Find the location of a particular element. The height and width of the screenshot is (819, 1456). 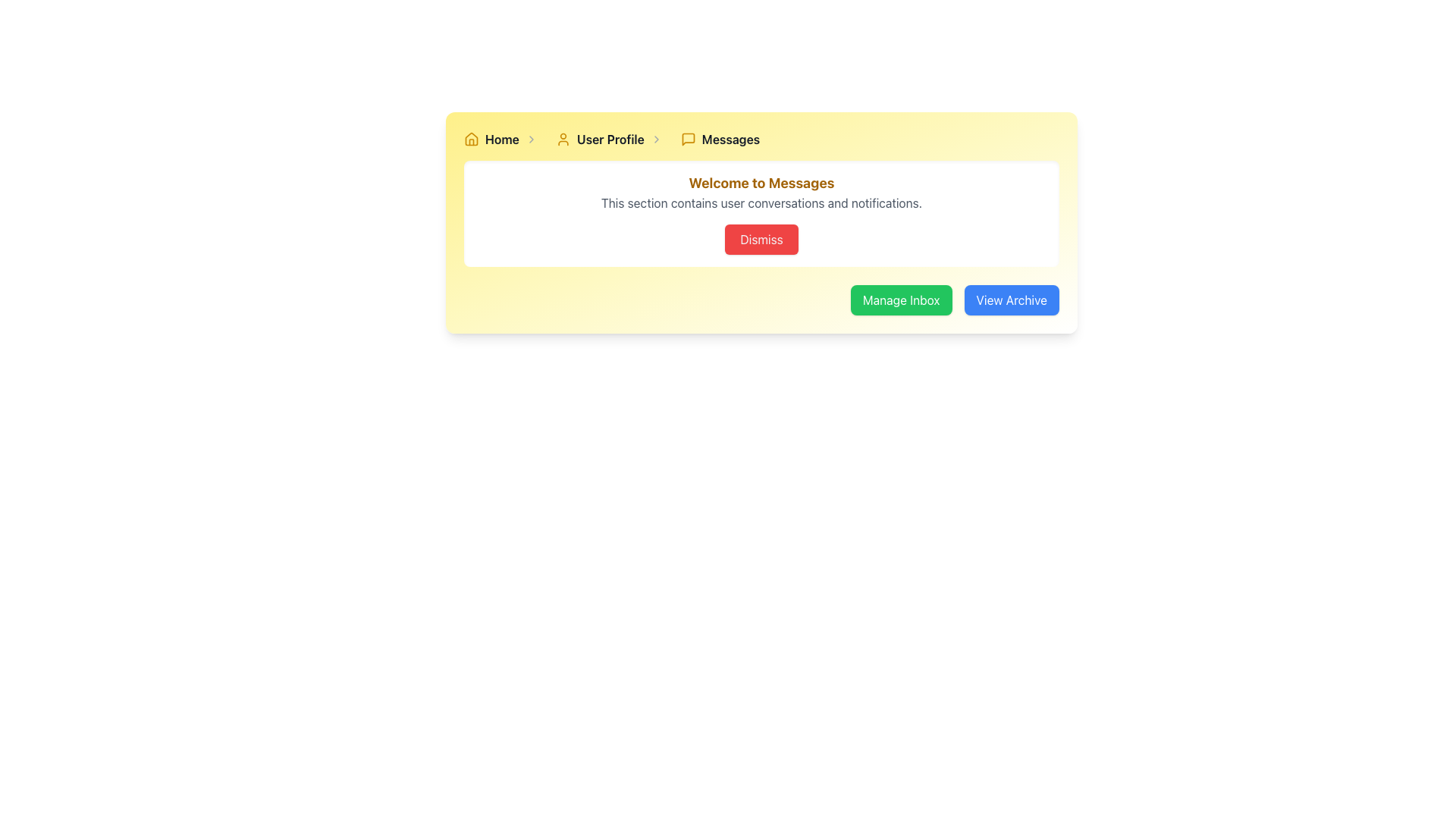

the 'Home' hyperlink in bold located in the navigation bar is located at coordinates (502, 140).